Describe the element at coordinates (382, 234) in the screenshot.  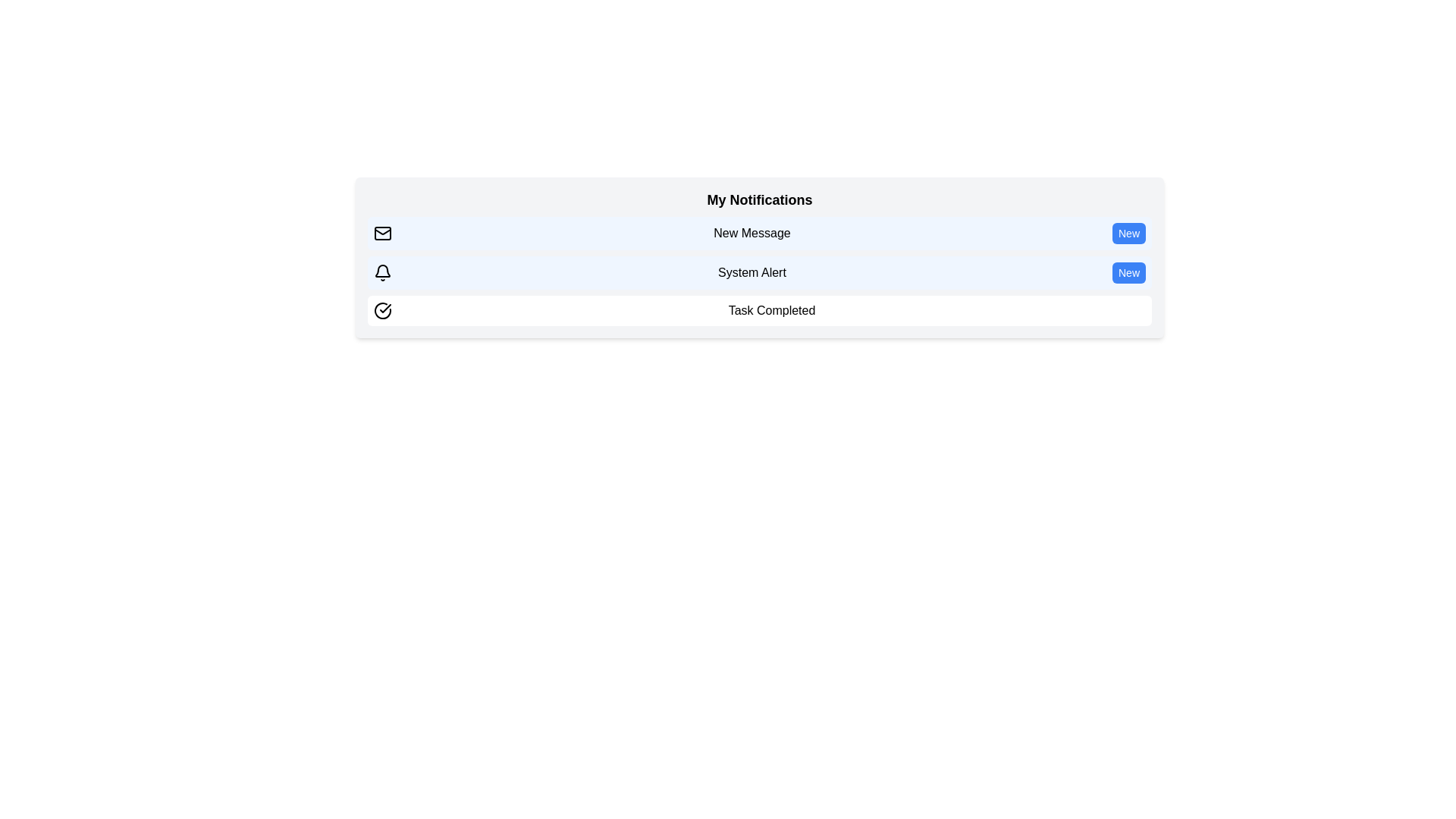
I see `the message notification icon located at the far left of the first row in the list of notifications, immediately to the left of the text 'New Message'` at that location.